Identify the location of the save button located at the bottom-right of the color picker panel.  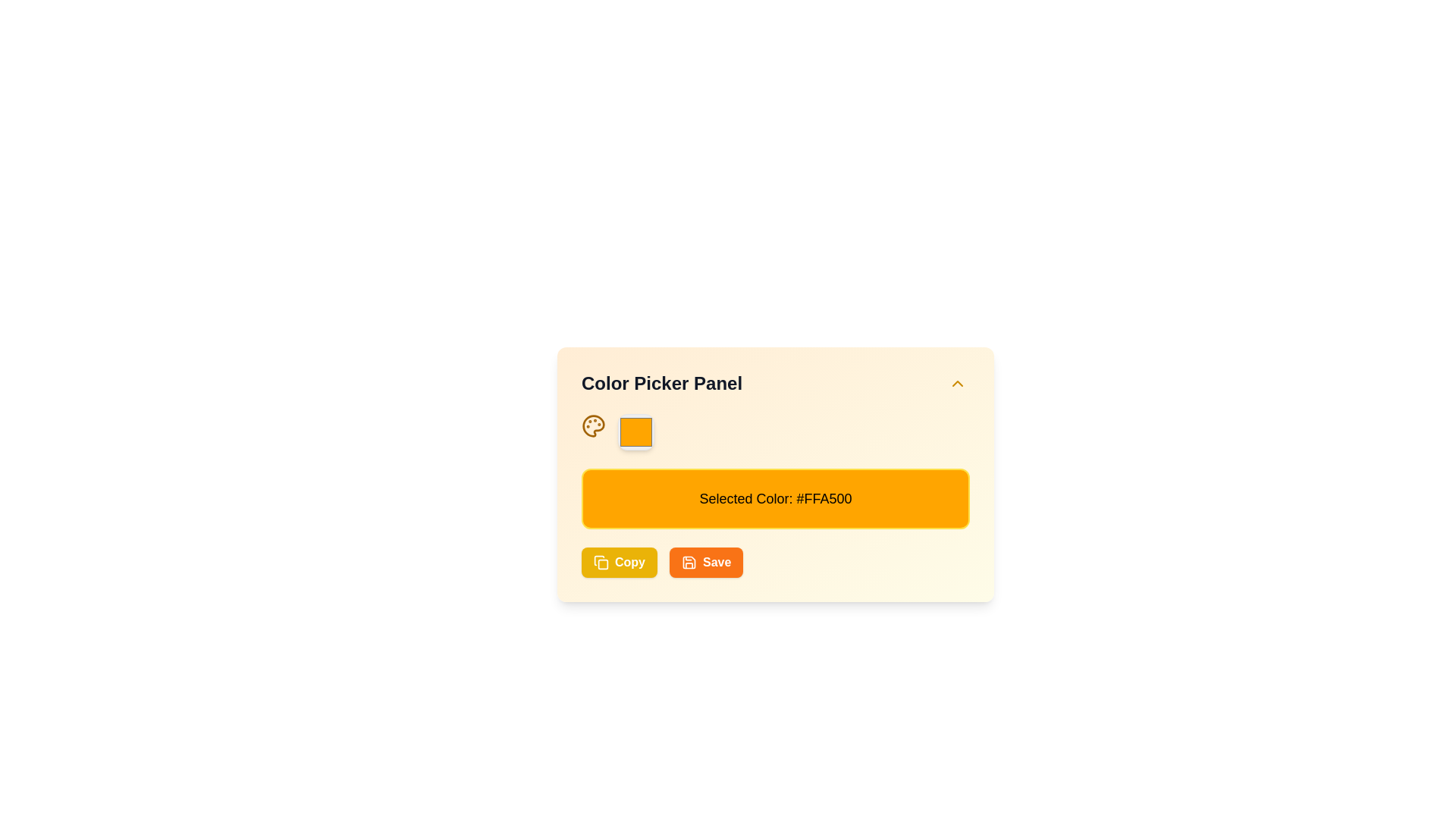
(705, 562).